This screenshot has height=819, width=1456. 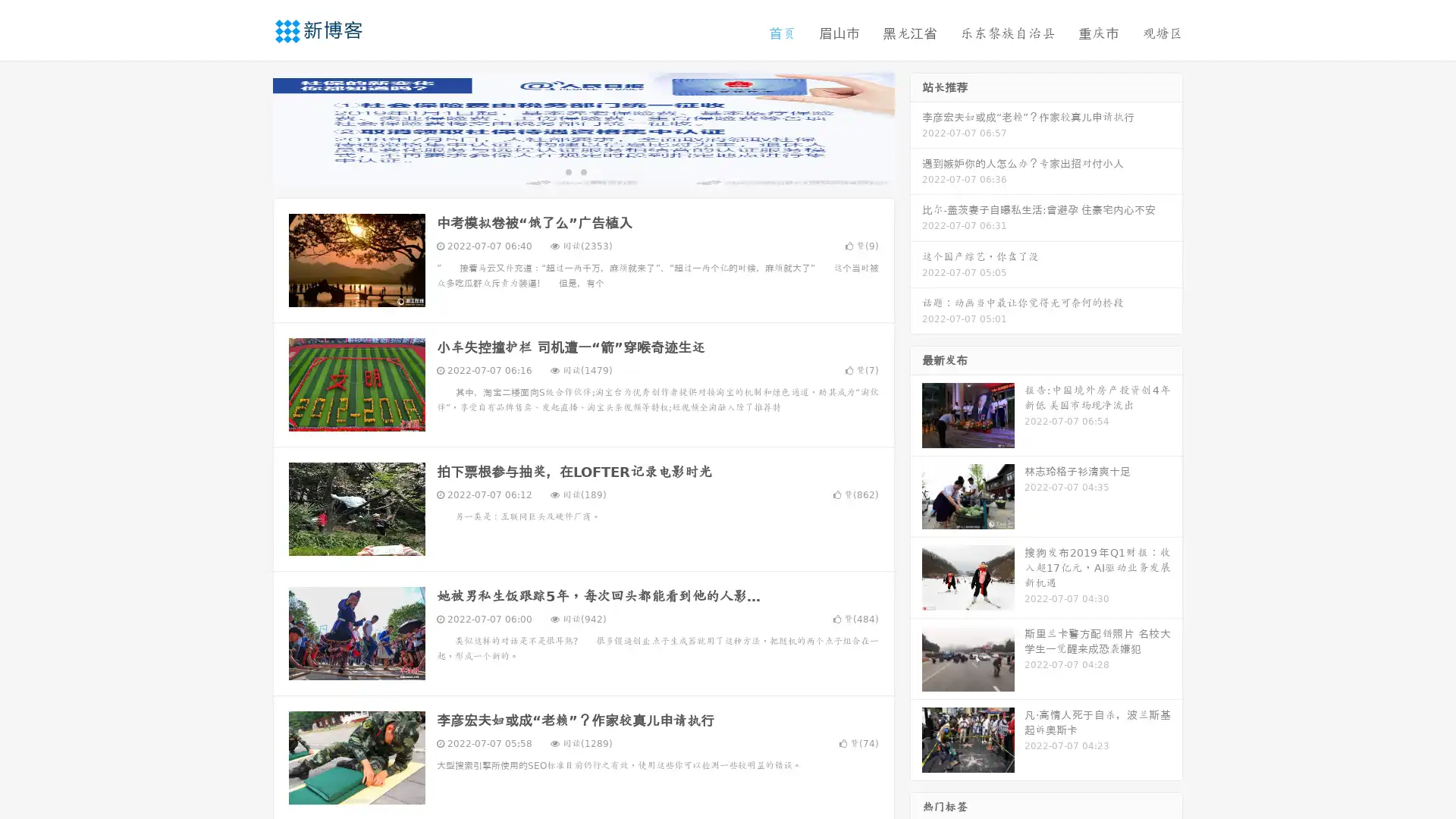 What do you see at coordinates (567, 171) in the screenshot?
I see `Go to slide 1` at bounding box center [567, 171].